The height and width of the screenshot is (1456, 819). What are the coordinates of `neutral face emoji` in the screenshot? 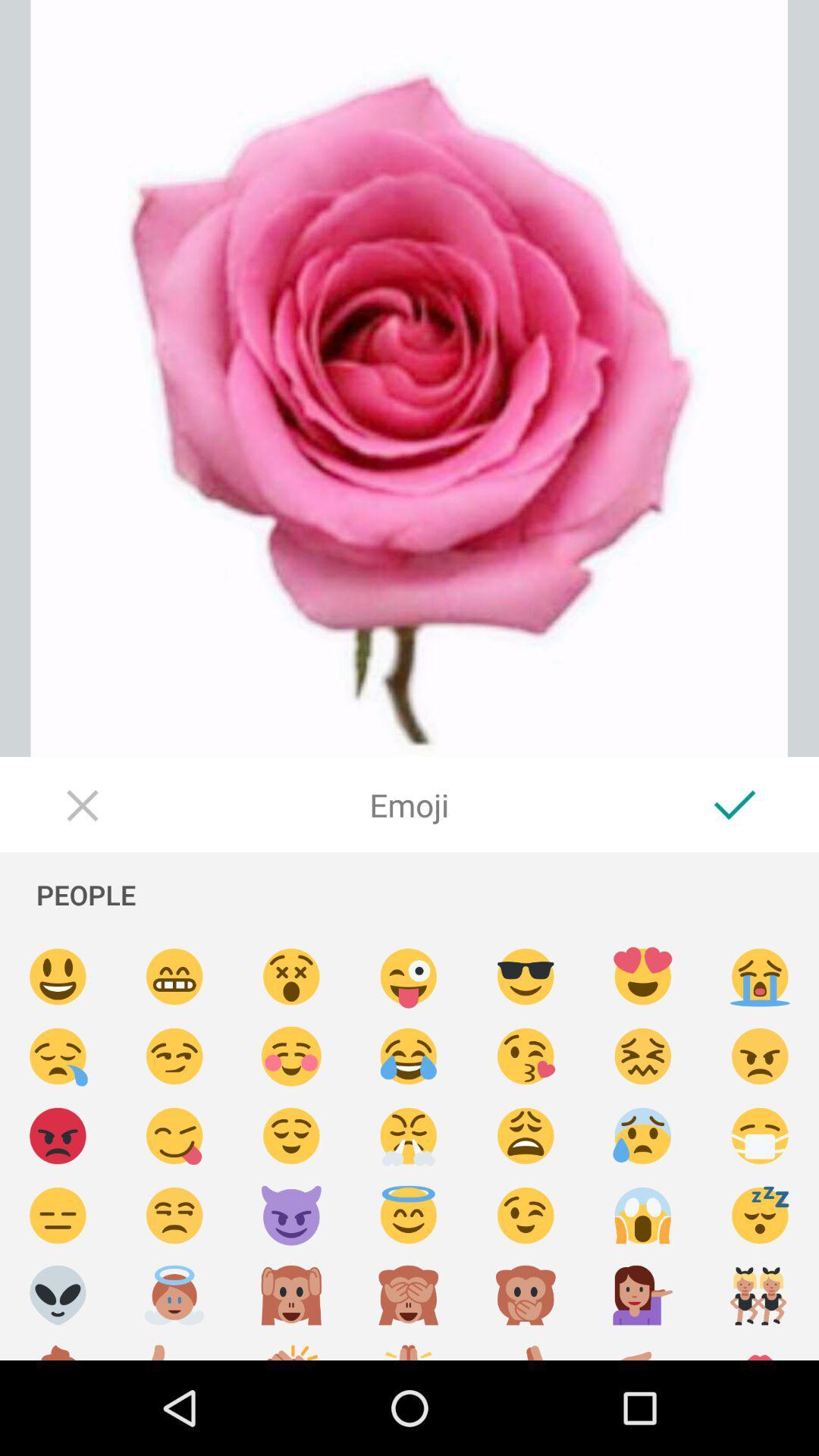 It's located at (57, 1216).